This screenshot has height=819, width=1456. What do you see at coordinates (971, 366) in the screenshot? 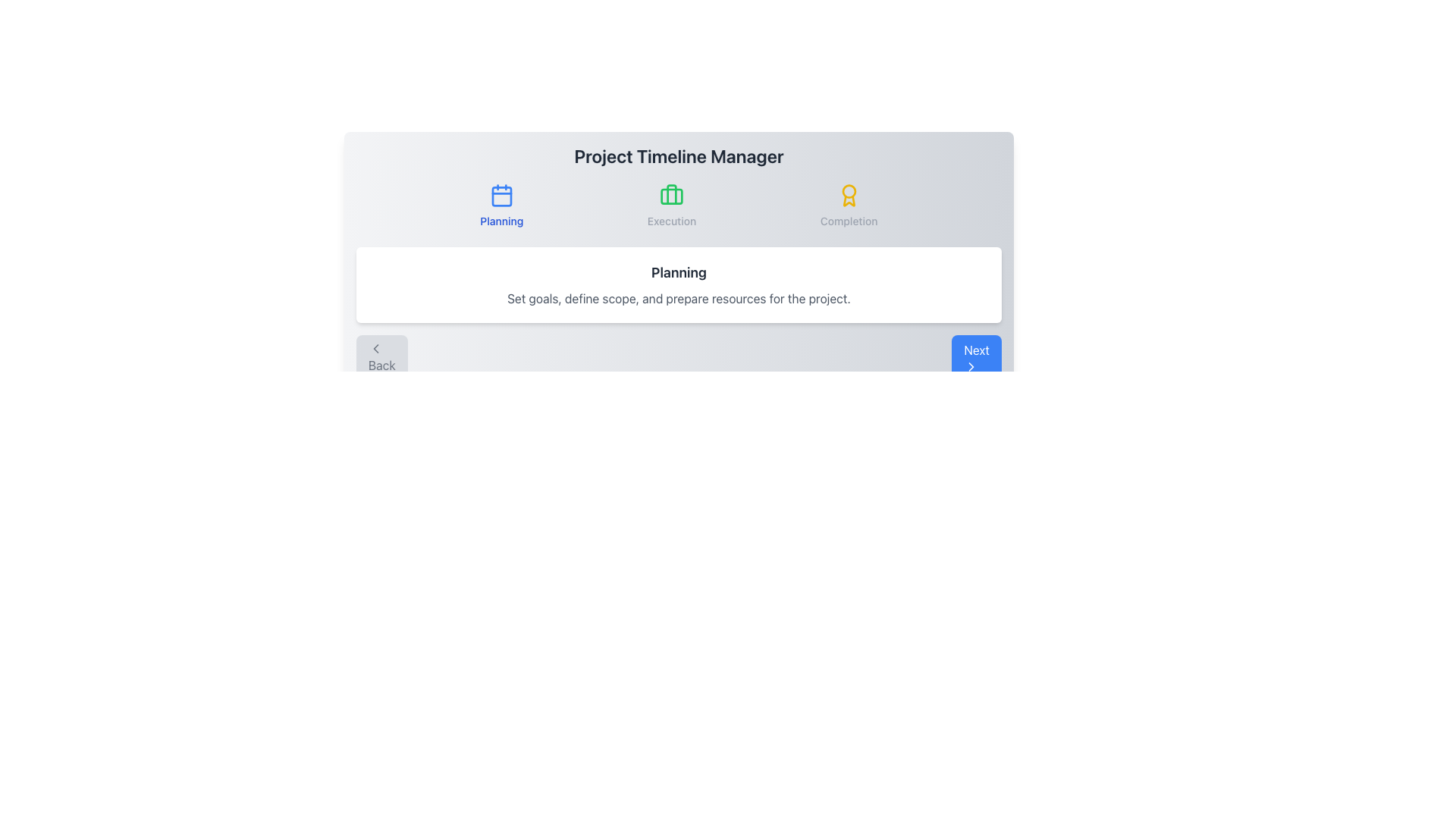
I see `the 'Next' button which contains the chevron arrow icon, located at the bottom right corner of the interface` at bounding box center [971, 366].